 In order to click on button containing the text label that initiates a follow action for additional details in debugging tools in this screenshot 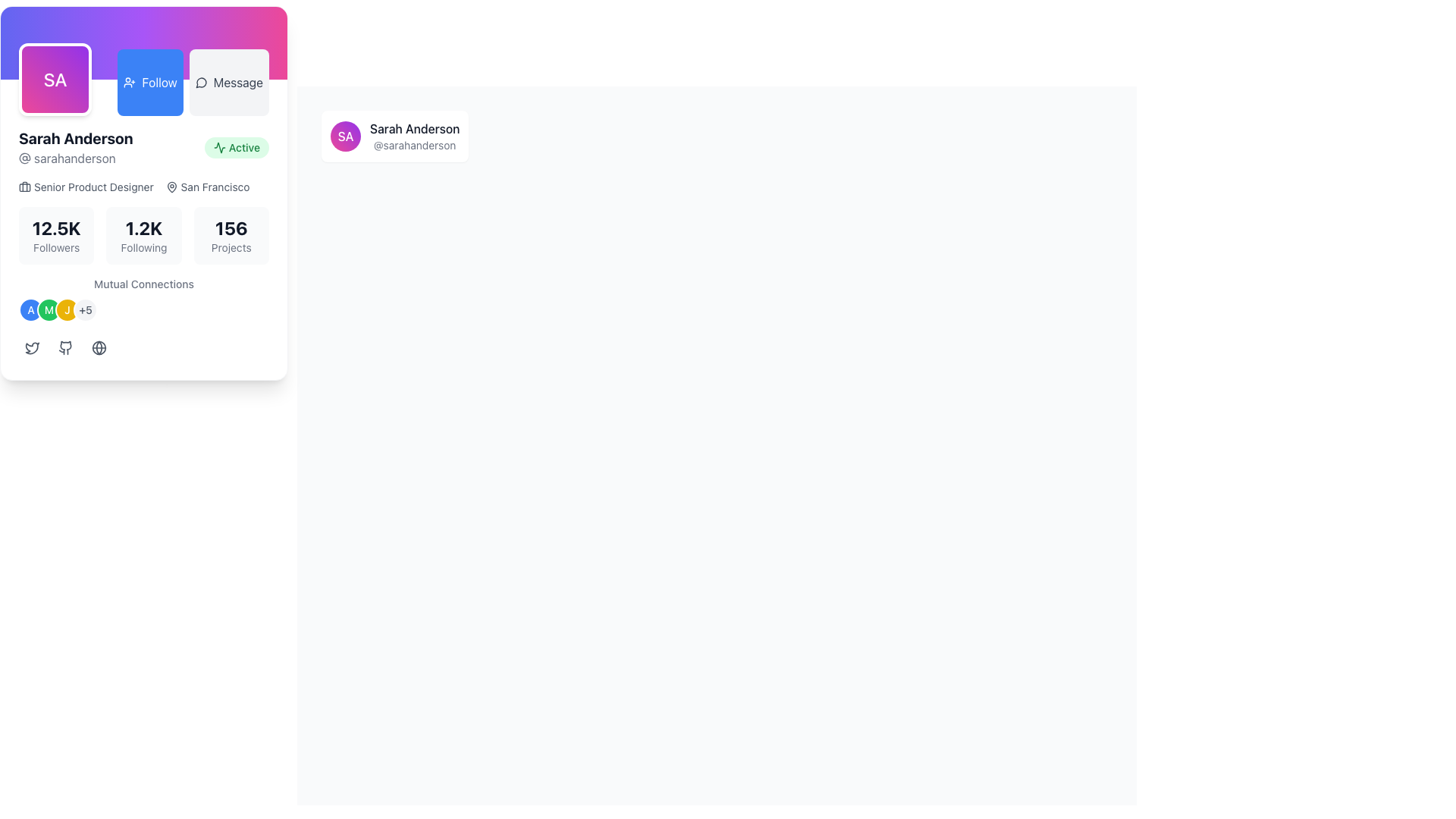, I will do `click(159, 82)`.